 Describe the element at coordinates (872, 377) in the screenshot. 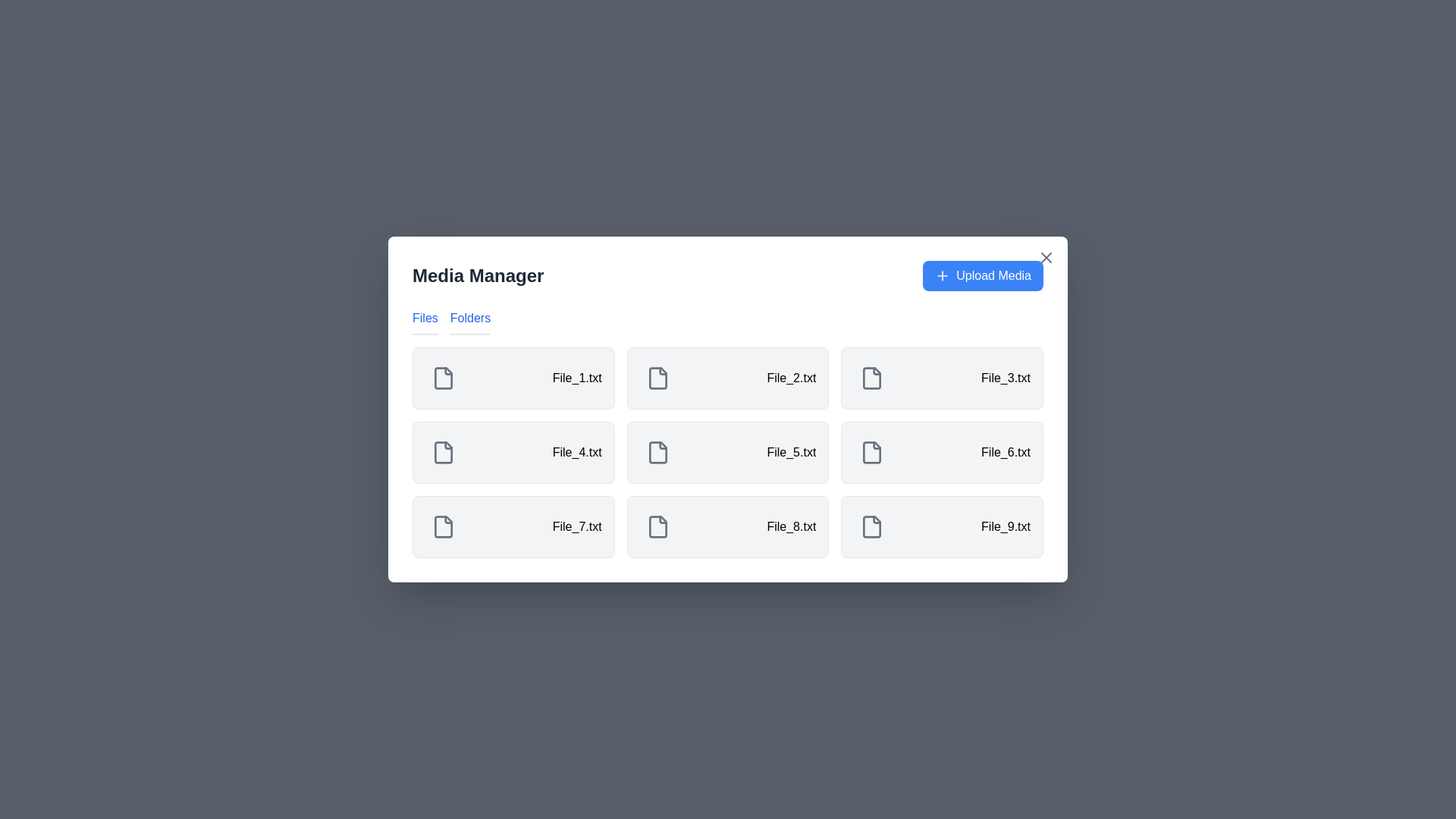

I see `the gray document icon located in the top row of the 3x3 grid layout within the 'Media Manager' interface, specifically the third item from the left, which is part of a file preview grouping` at that location.